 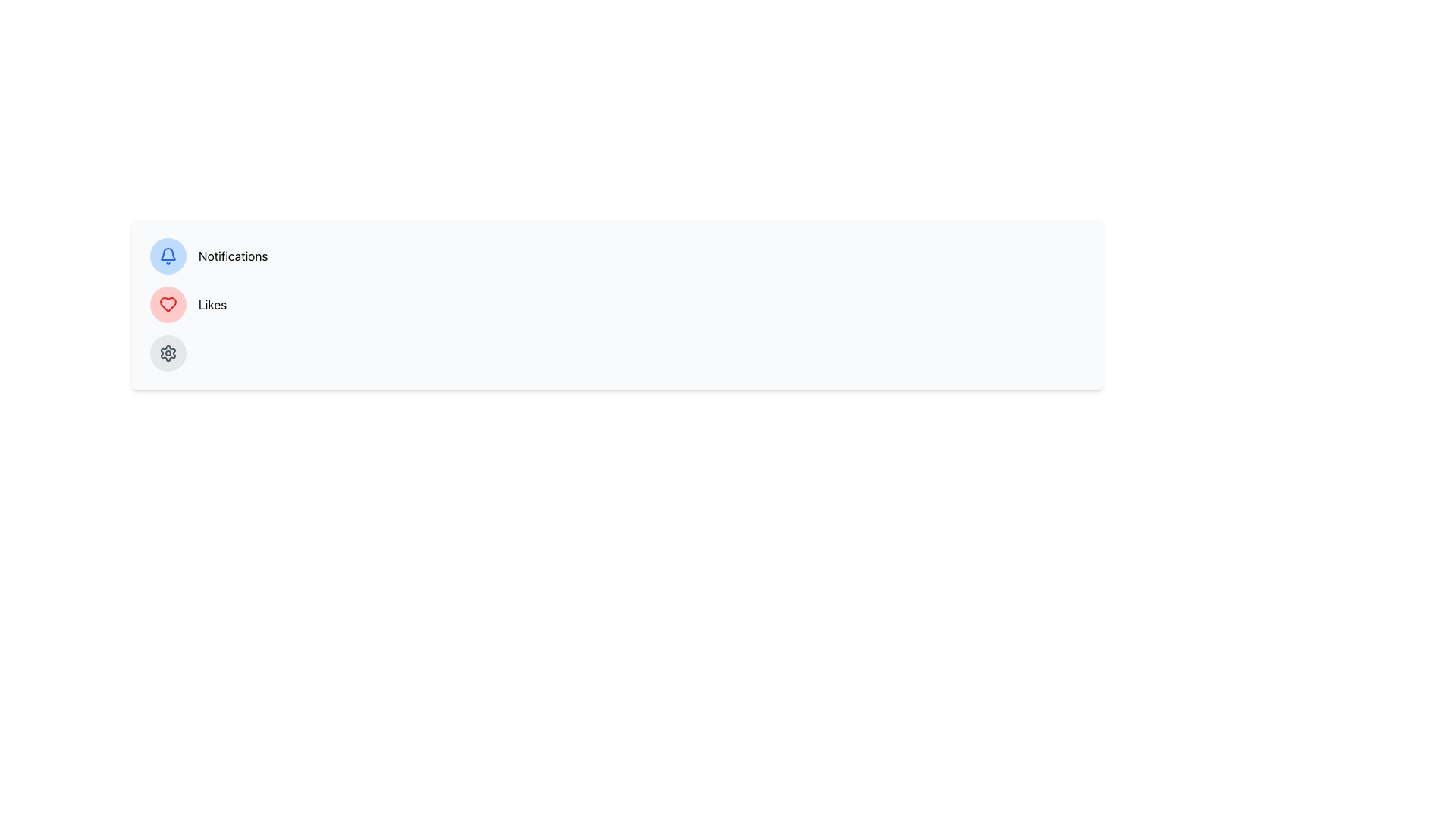 I want to click on the heart icon representing the 'Likes' feature, located inside the second circular button in the vertical list of three items on the left of the light-gray panel, so click(x=168, y=304).